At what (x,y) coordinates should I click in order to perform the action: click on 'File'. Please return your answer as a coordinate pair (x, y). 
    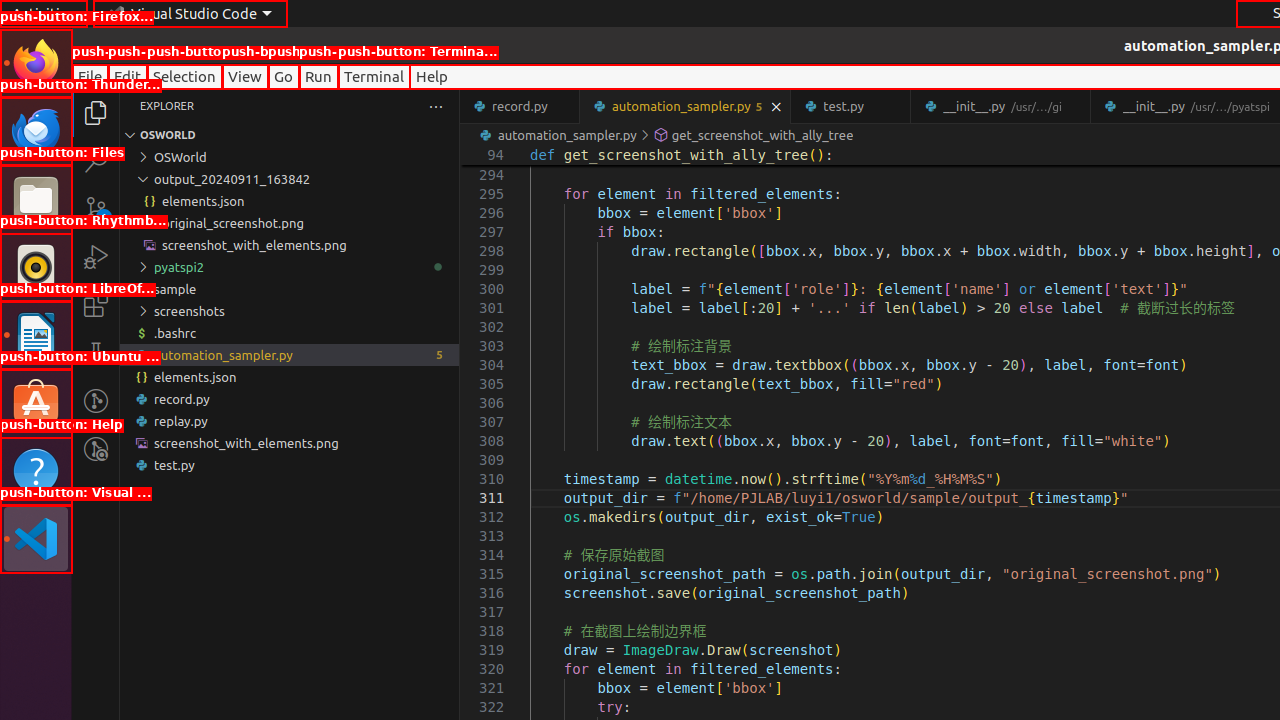
    Looking at the image, I should click on (88, 75).